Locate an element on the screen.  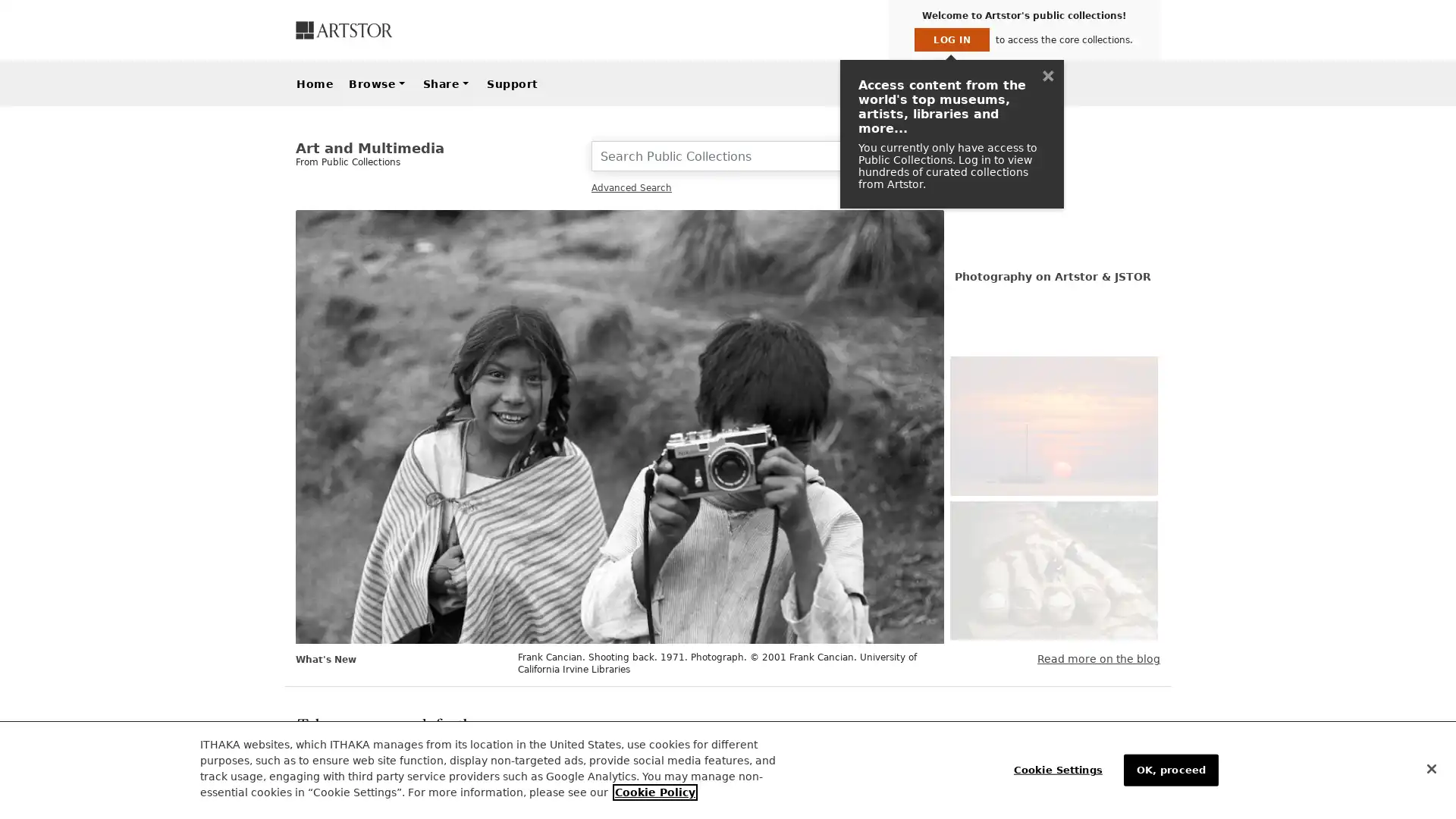
Close Tooltip is located at coordinates (1047, 76).